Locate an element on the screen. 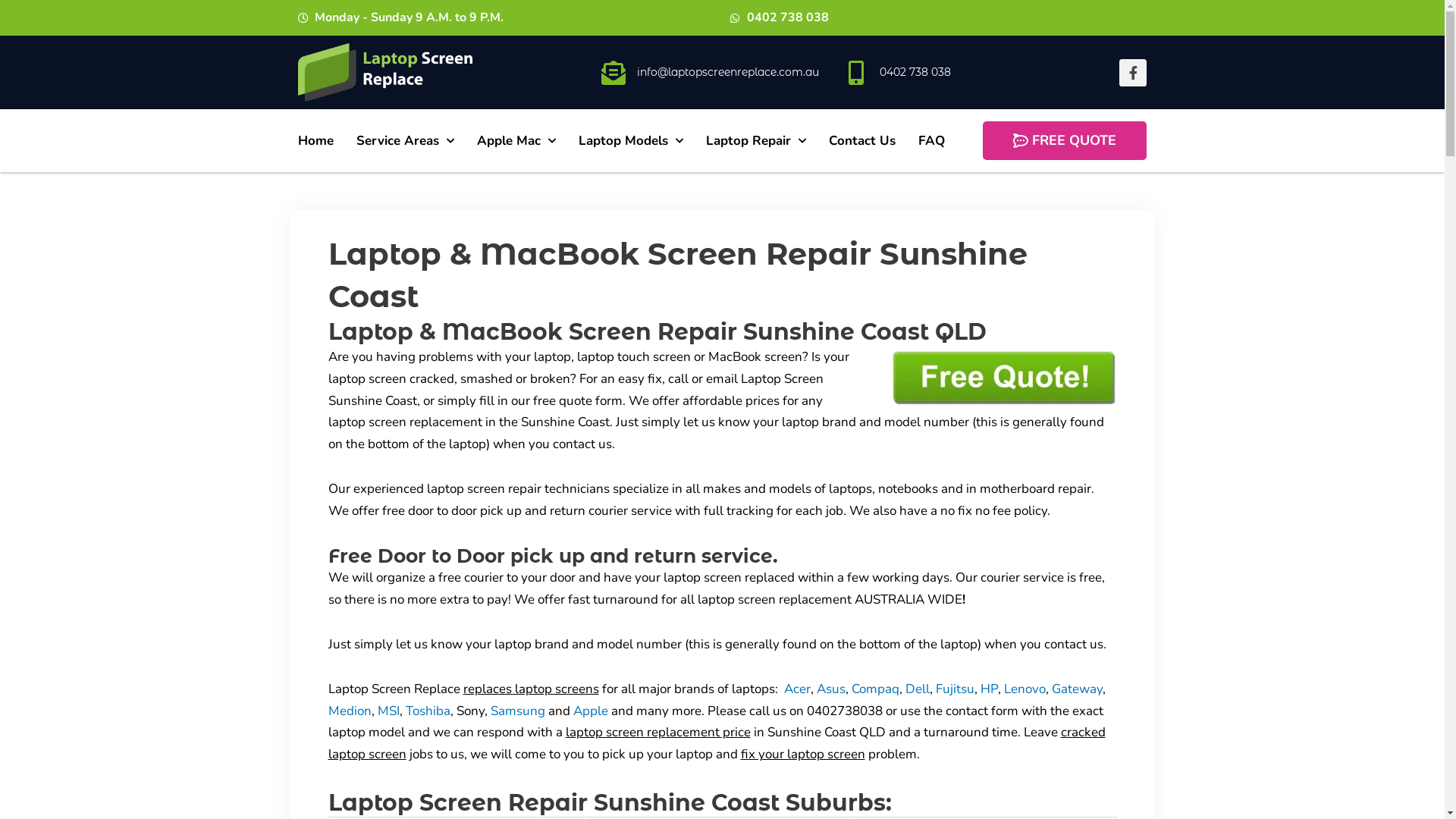  'FREE QUOTE' is located at coordinates (1063, 140).